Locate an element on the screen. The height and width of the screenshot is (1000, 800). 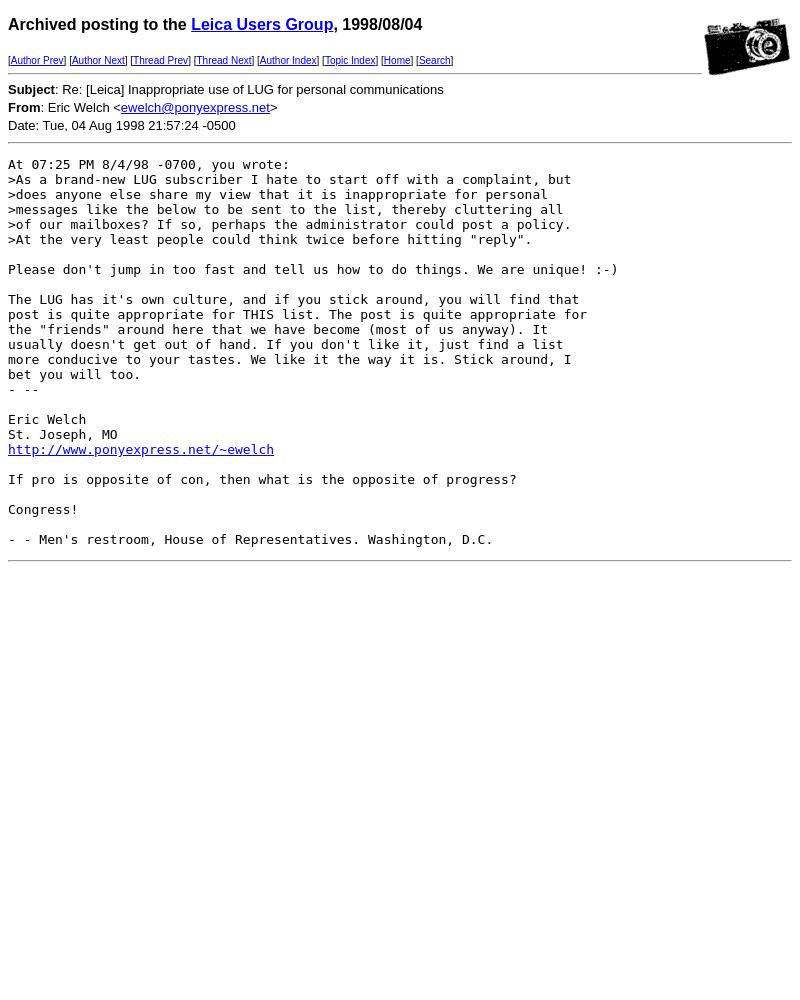
']' is located at coordinates (449, 60).